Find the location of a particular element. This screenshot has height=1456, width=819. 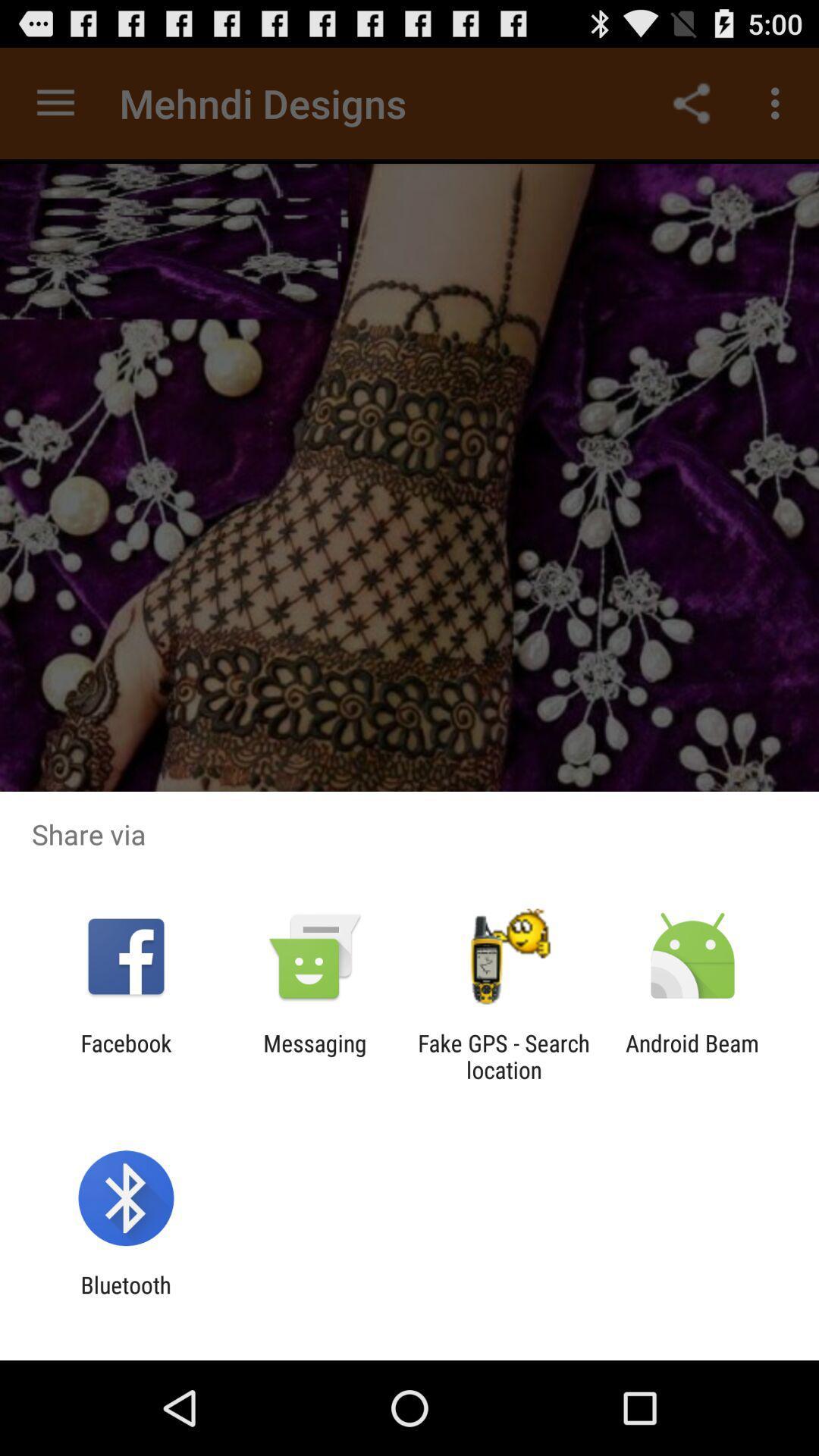

the item to the right of facebook is located at coordinates (314, 1056).